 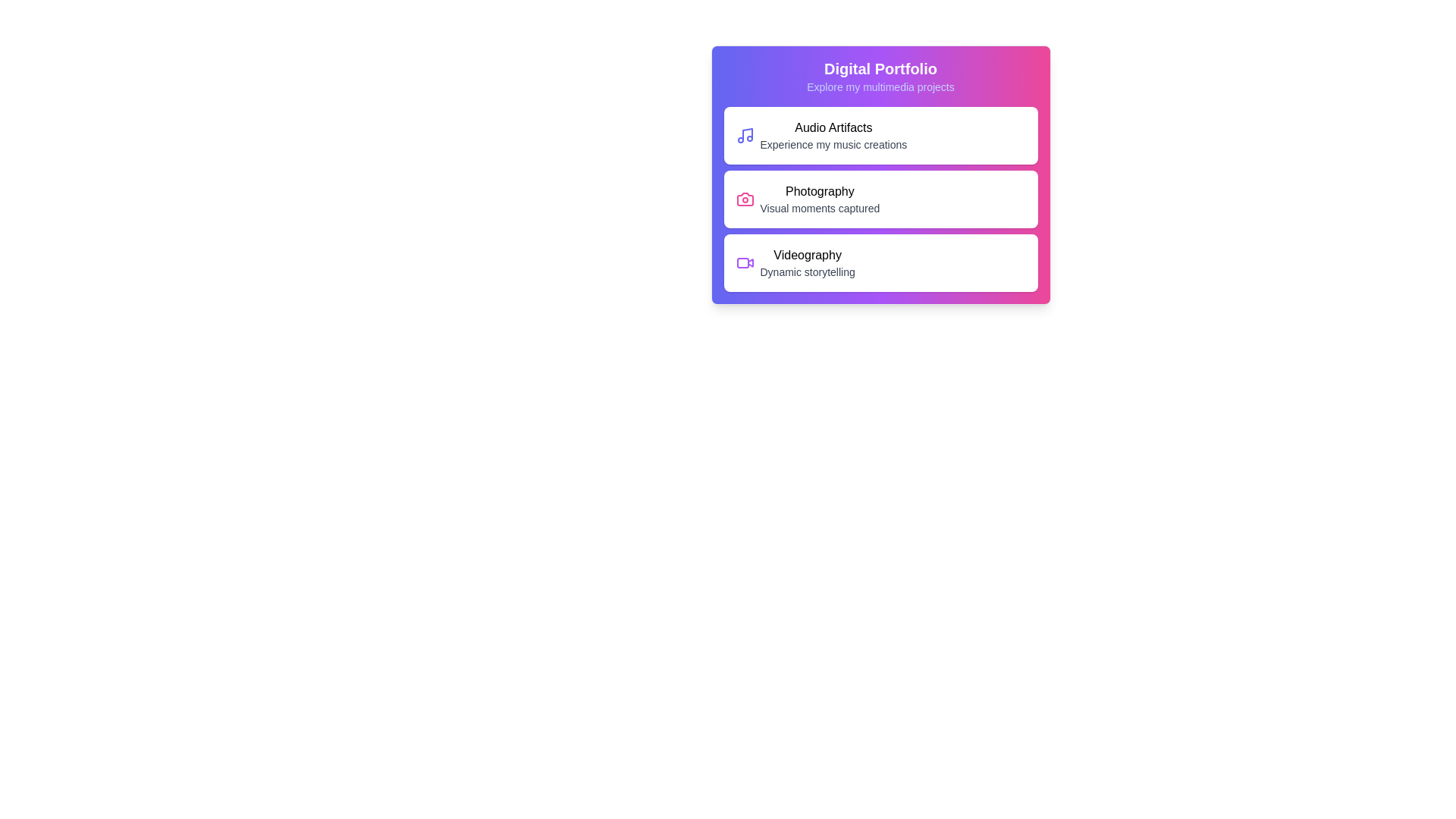 What do you see at coordinates (833, 134) in the screenshot?
I see `the Compound text element for 'Audio Artifacts', which serves as a title and descriptor in the 'Digital Portfolio' section` at bounding box center [833, 134].